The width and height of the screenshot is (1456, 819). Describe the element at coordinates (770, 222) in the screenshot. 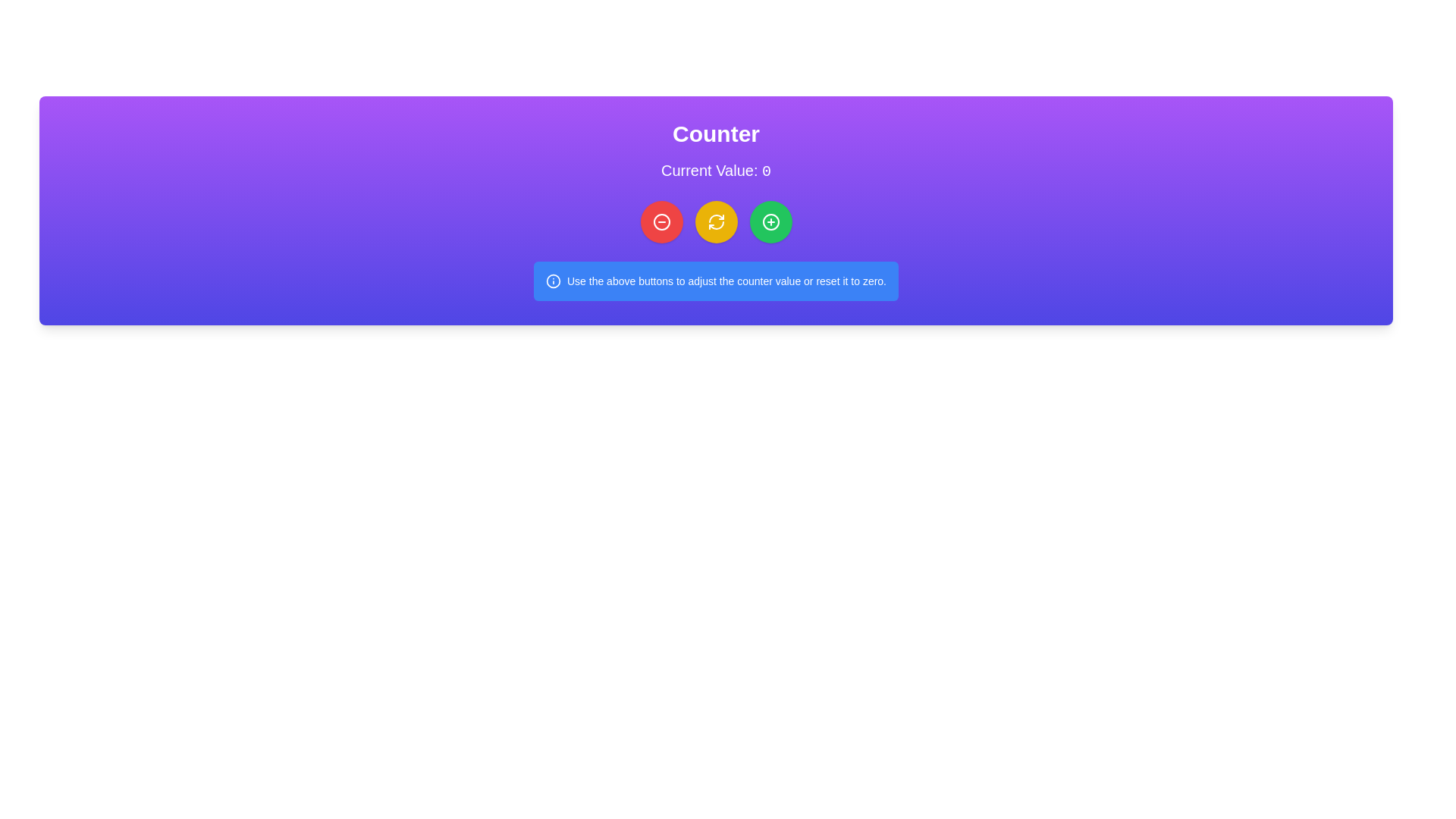

I see `the circular green button with a white border and a white plus icon in the center to increment the counter` at that location.